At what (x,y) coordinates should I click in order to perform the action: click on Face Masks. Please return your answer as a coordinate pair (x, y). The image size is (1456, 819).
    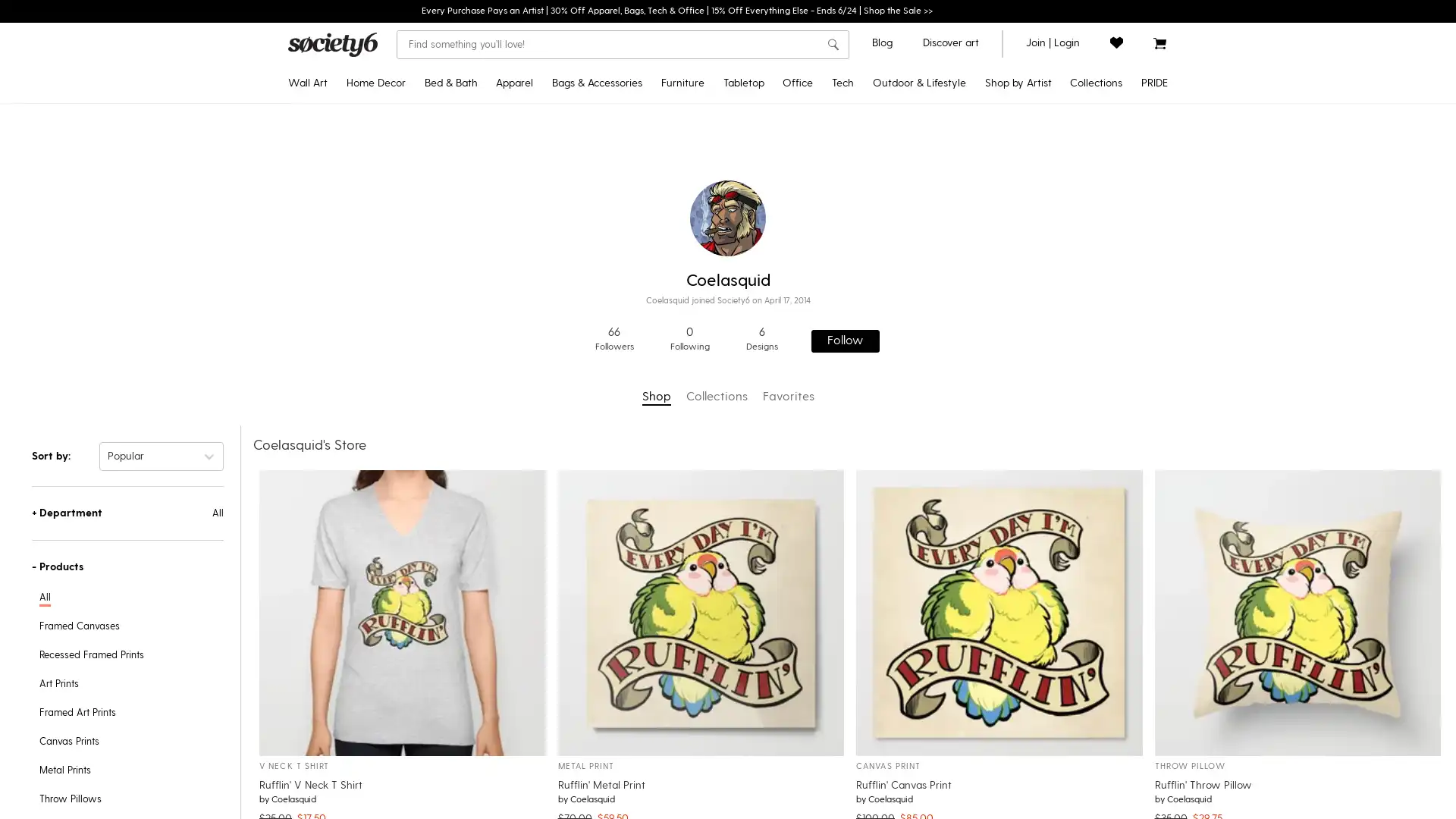
    Looking at the image, I should click on (607, 292).